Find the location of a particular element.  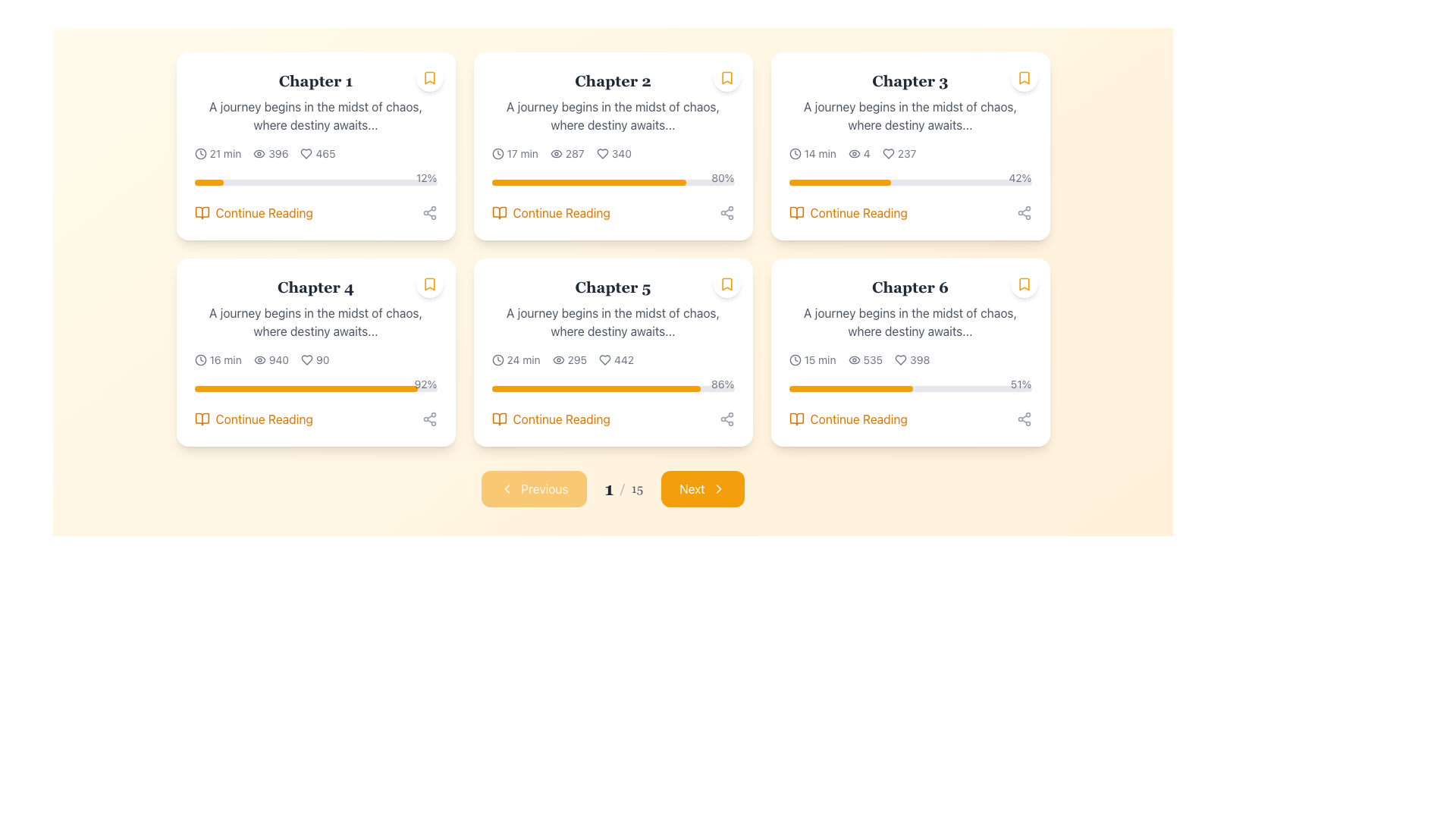

the text display component that shows the reading time '14 min', located within the 'Chapter 3' card and adjacent to a clock icon is located at coordinates (819, 154).